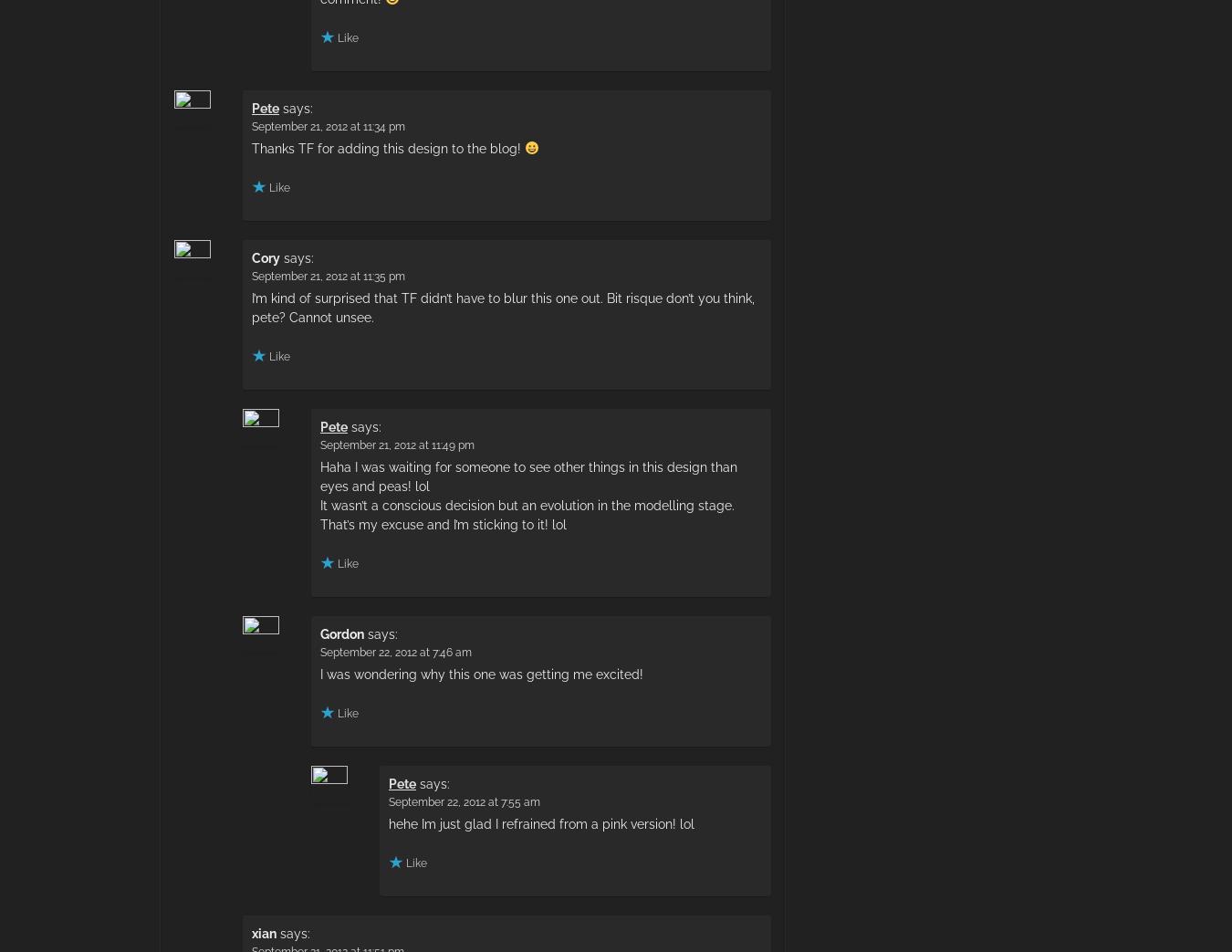 The image size is (1232, 952). What do you see at coordinates (320, 475) in the screenshot?
I see `'Haha I was waiting for someone to see other things in this design than eyes and peas! lol'` at bounding box center [320, 475].